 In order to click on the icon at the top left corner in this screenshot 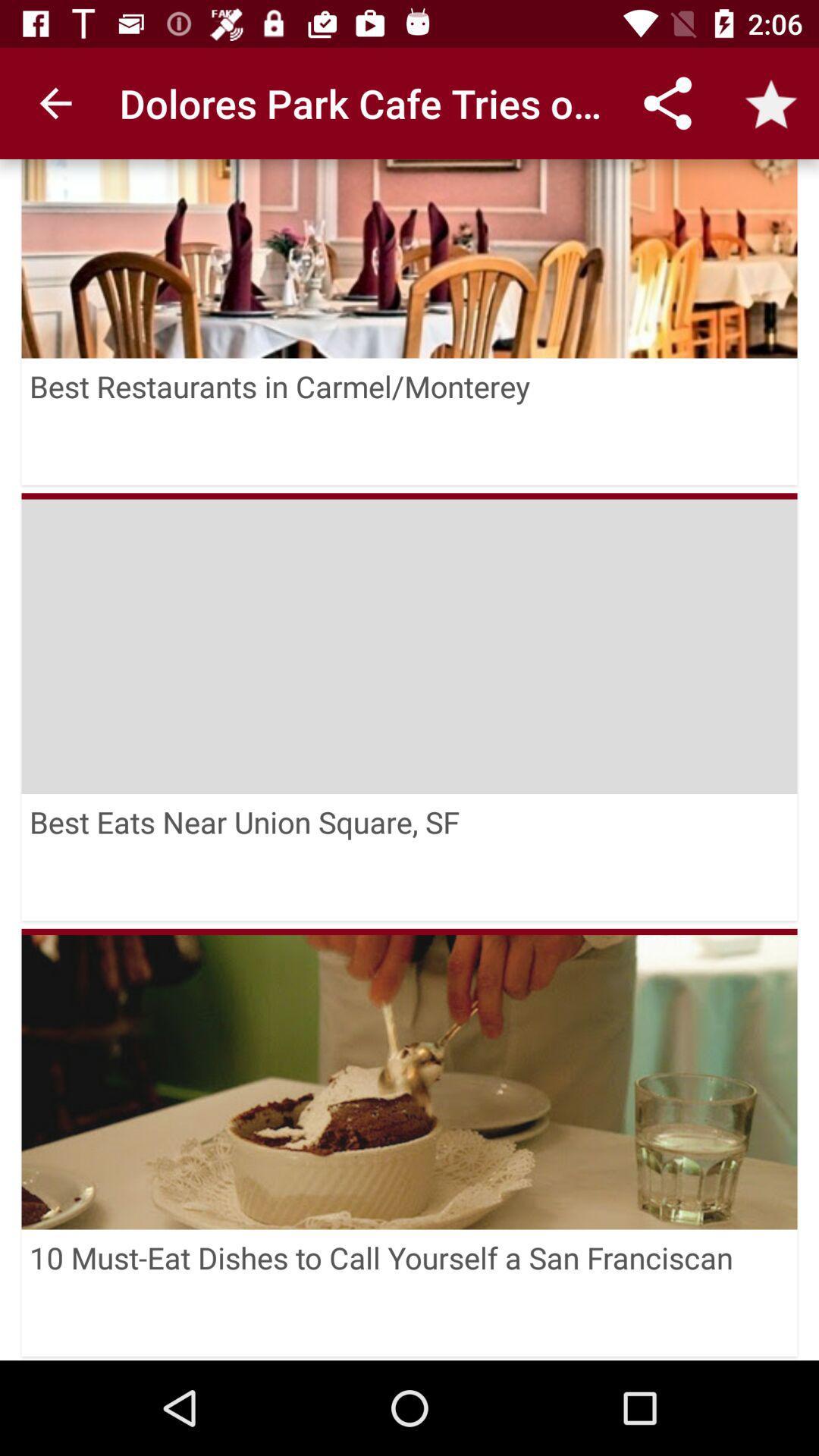, I will do `click(55, 102)`.